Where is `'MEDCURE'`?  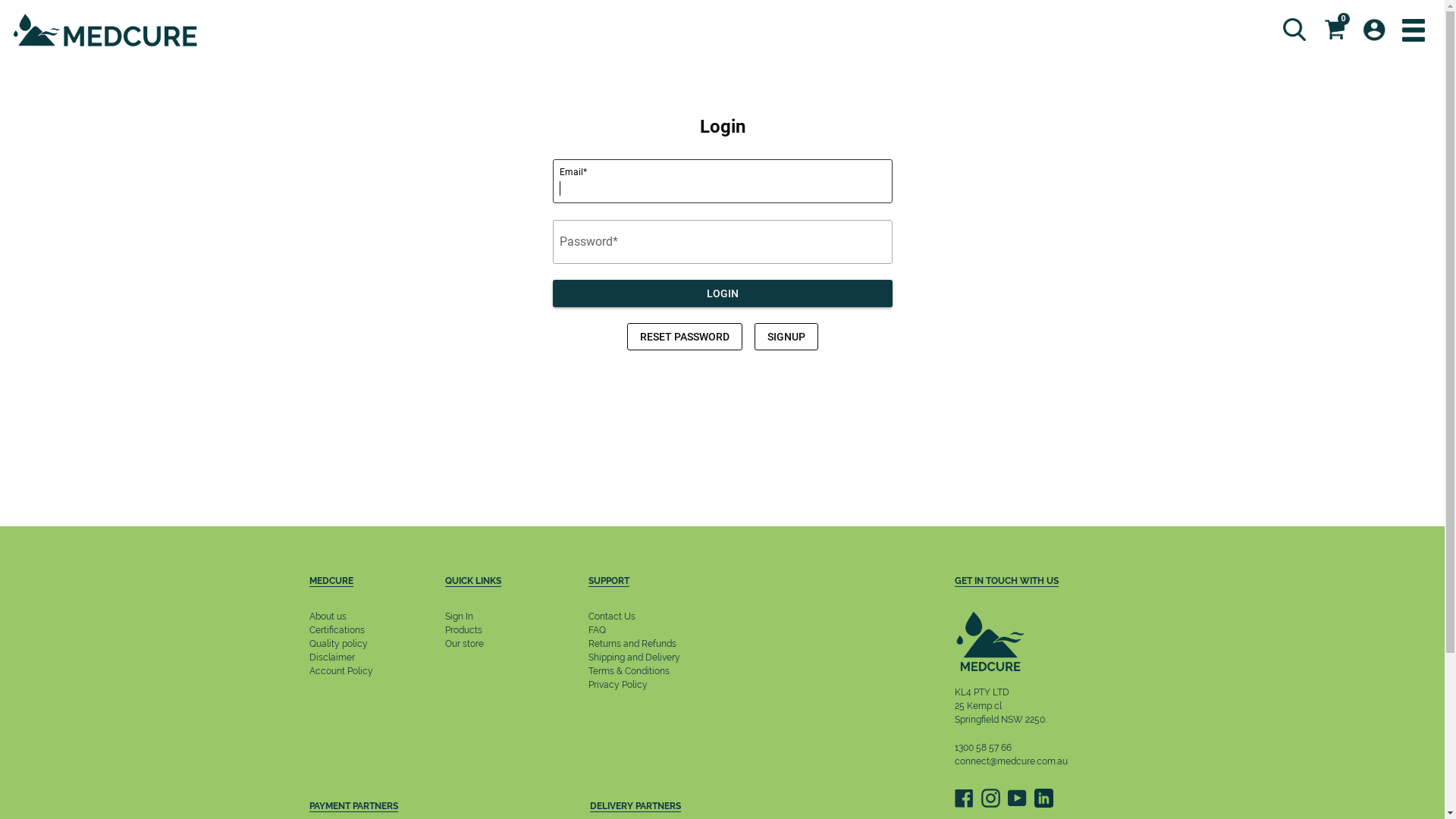
'MEDCURE' is located at coordinates (349, 582).